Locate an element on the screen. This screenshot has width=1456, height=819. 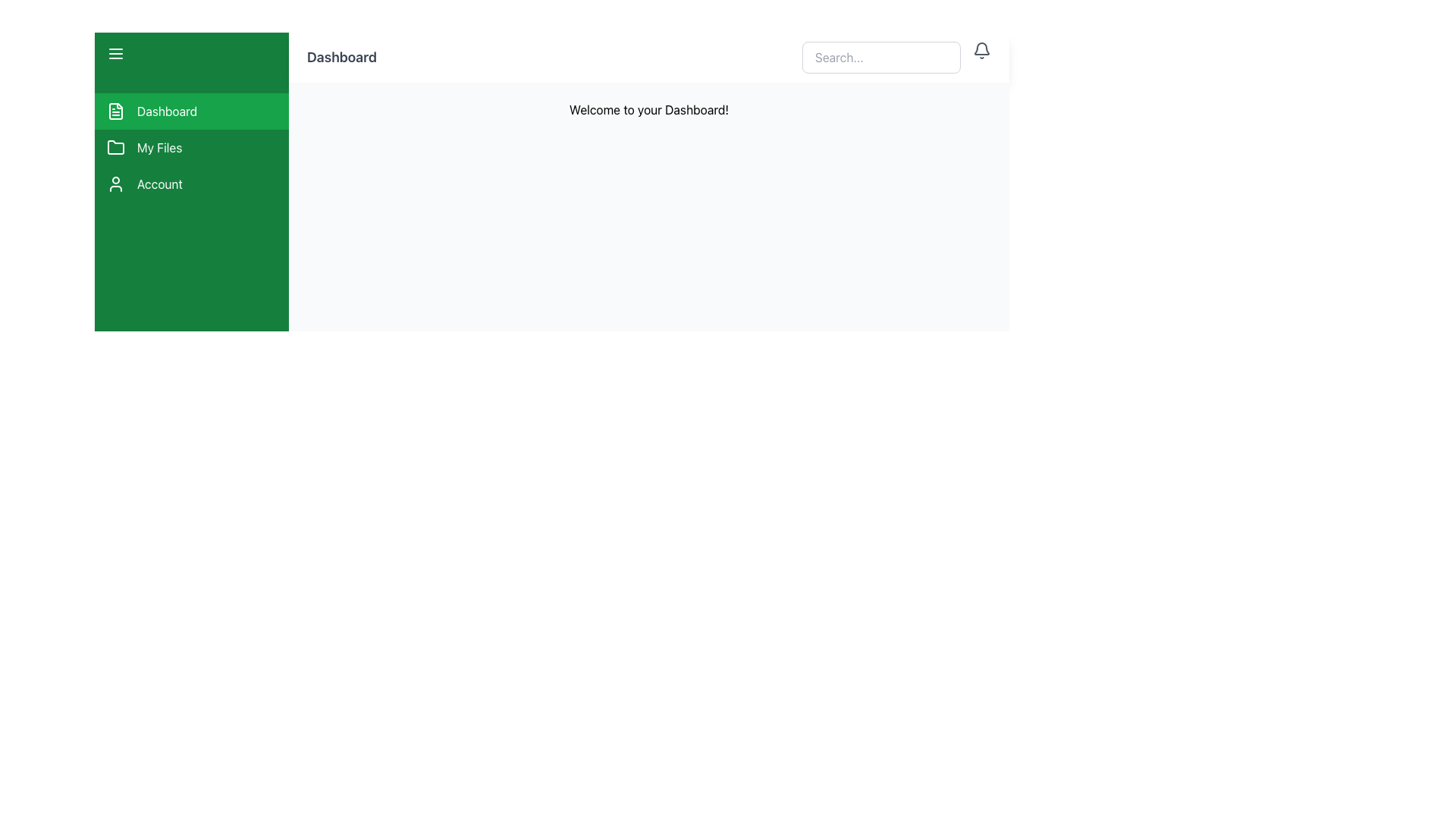
the toggle button icon for the collapsible navigation menu located at the top-left corner of the sidebar is located at coordinates (115, 52).